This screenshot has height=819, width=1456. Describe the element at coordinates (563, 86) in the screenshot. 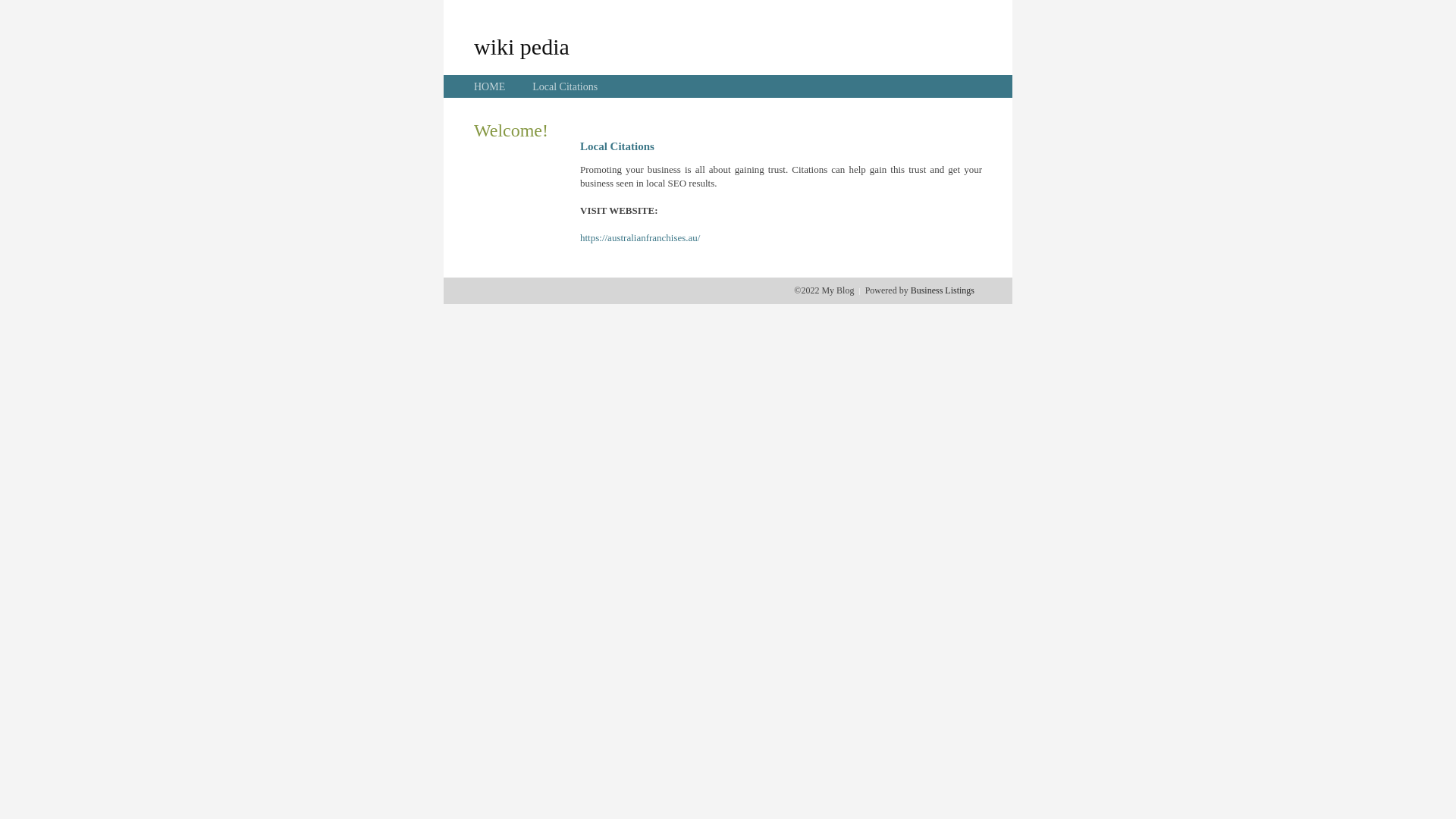

I see `'Local Citations'` at that location.